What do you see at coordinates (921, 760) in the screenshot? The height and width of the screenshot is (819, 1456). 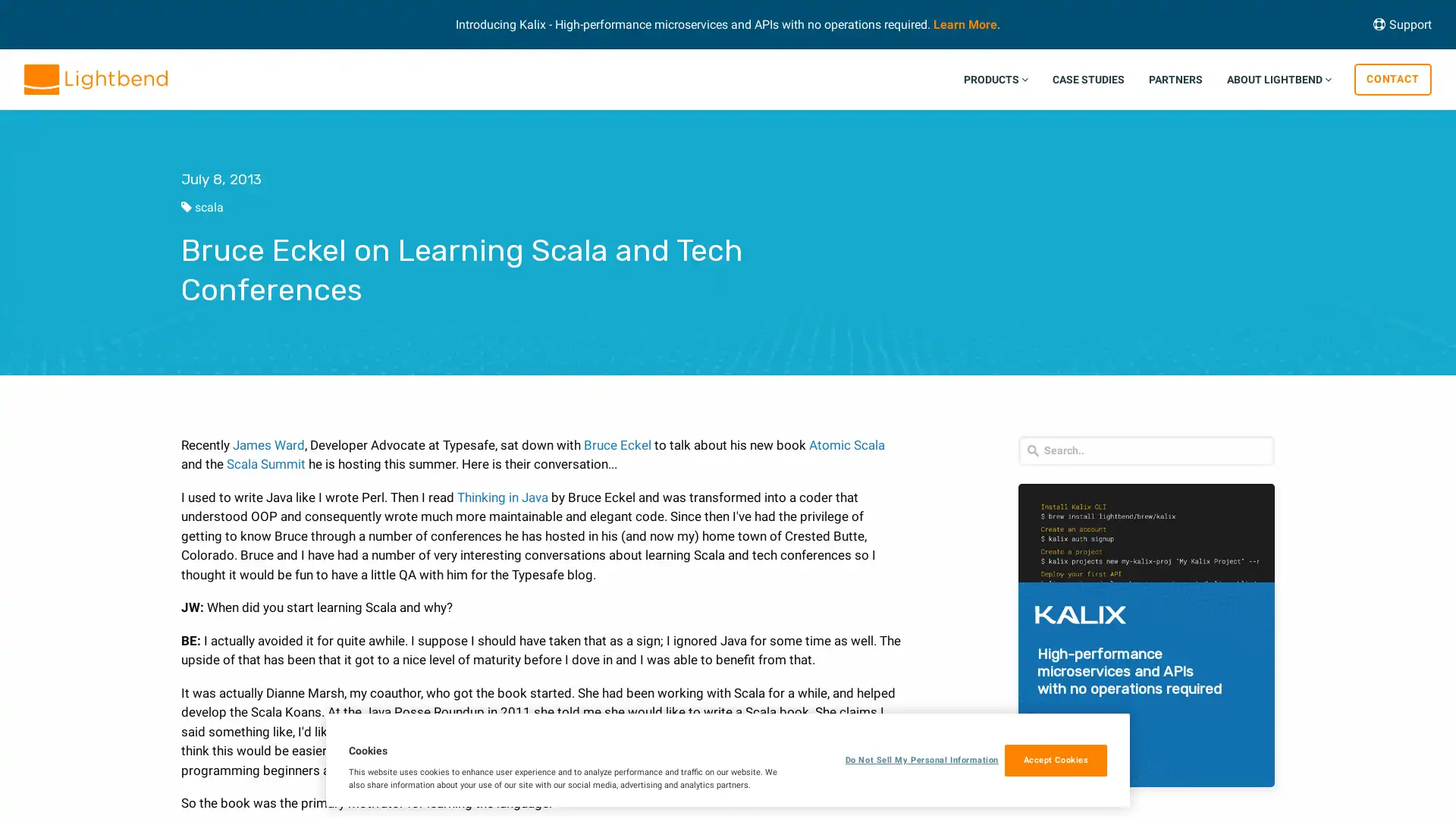 I see `Do Not Sell My Personal Information` at bounding box center [921, 760].